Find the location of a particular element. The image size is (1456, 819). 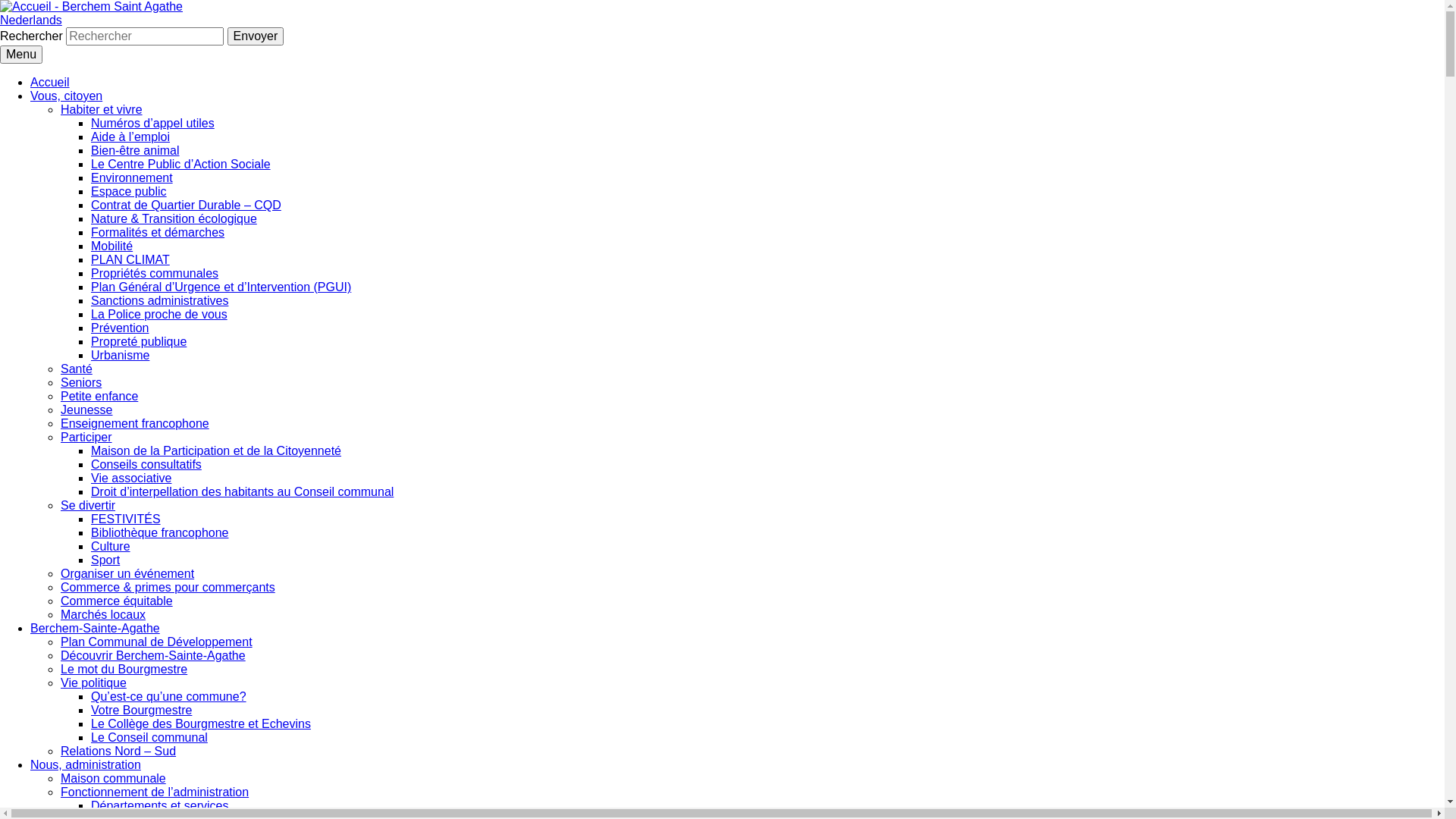

'Le Conseil communal' is located at coordinates (149, 736).